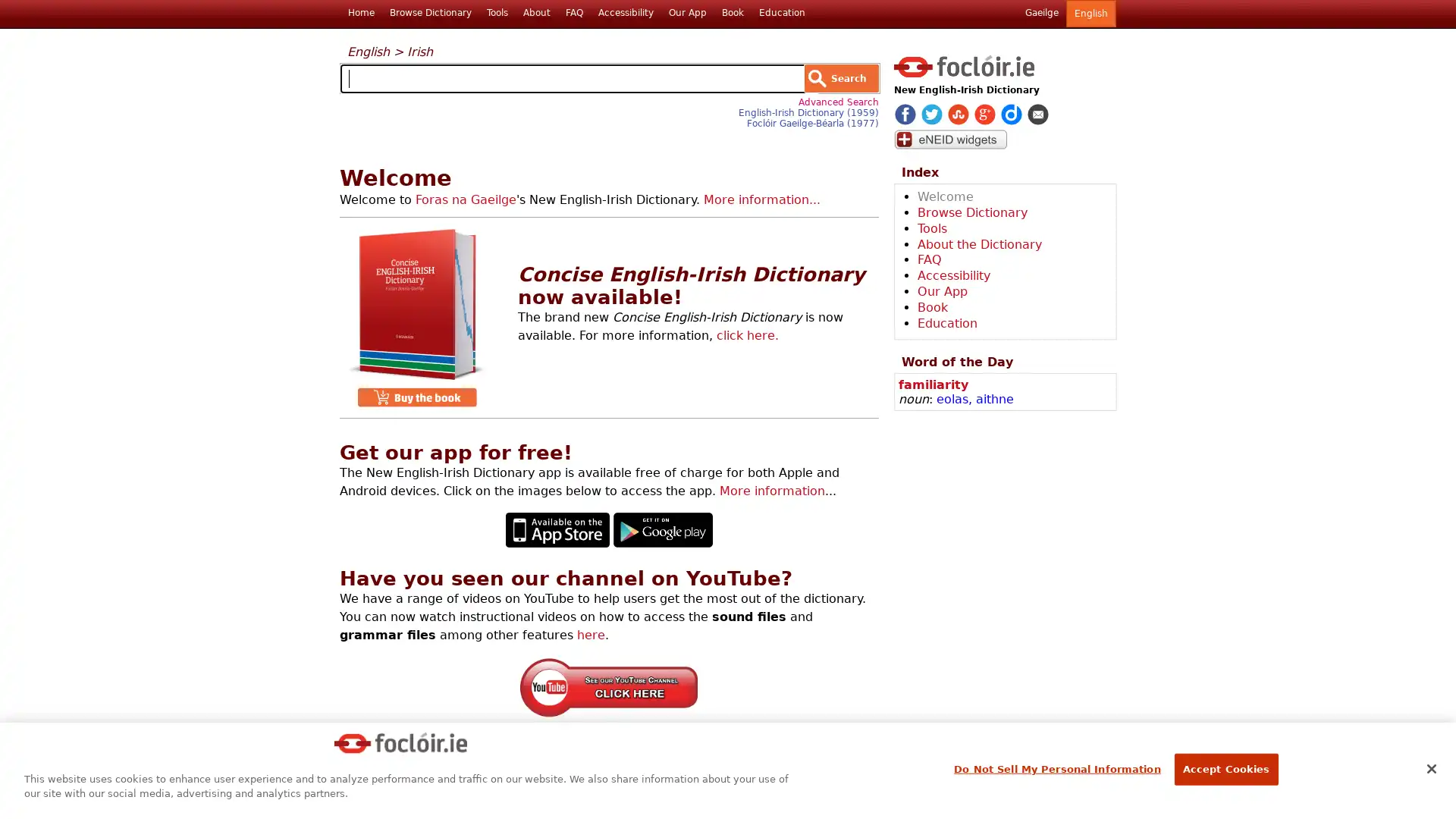 The height and width of the screenshot is (819, 1456). What do you see at coordinates (840, 78) in the screenshot?
I see `Search` at bounding box center [840, 78].